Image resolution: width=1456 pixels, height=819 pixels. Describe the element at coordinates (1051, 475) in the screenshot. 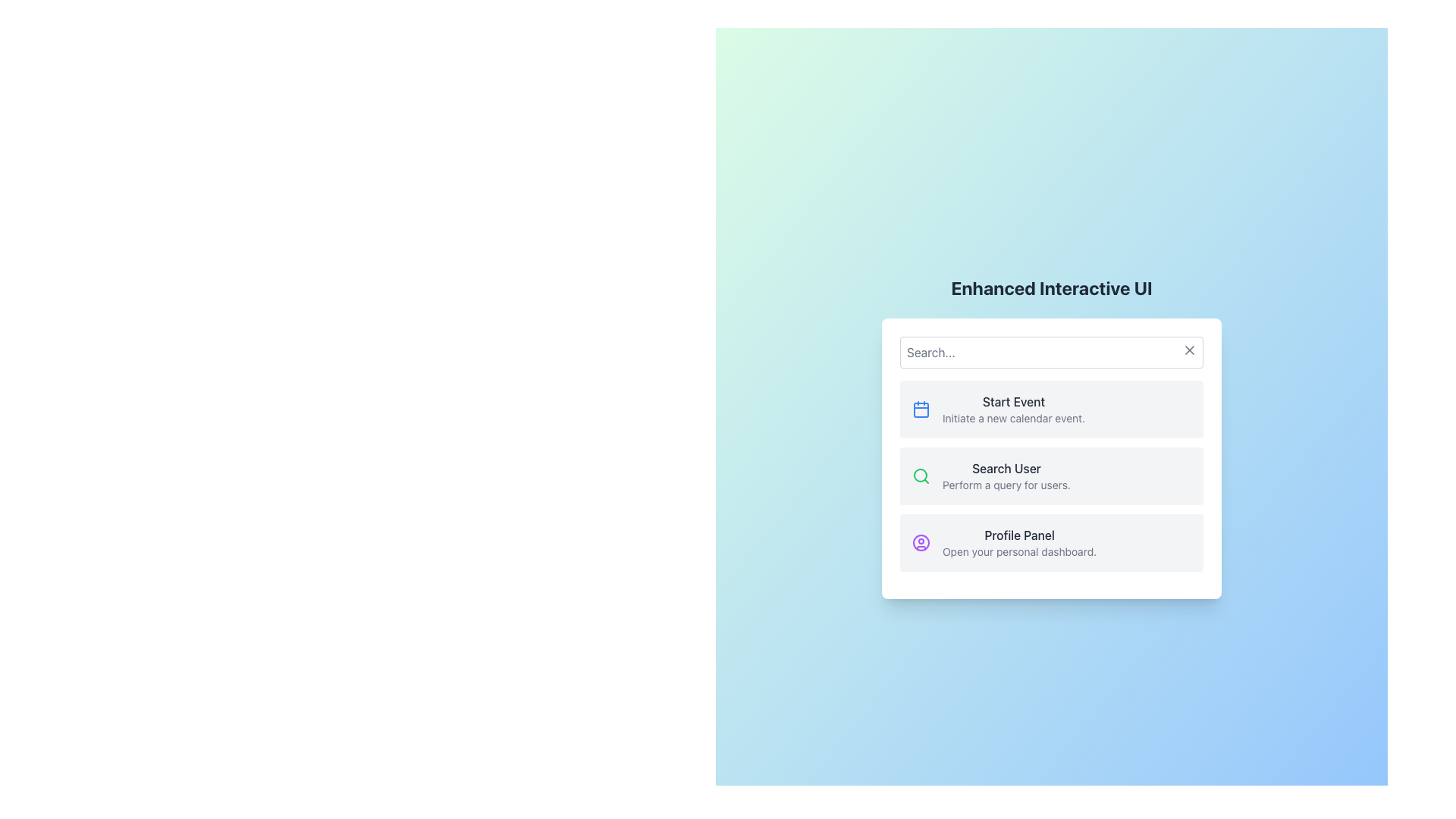

I see `the 'Search User' menu option` at that location.